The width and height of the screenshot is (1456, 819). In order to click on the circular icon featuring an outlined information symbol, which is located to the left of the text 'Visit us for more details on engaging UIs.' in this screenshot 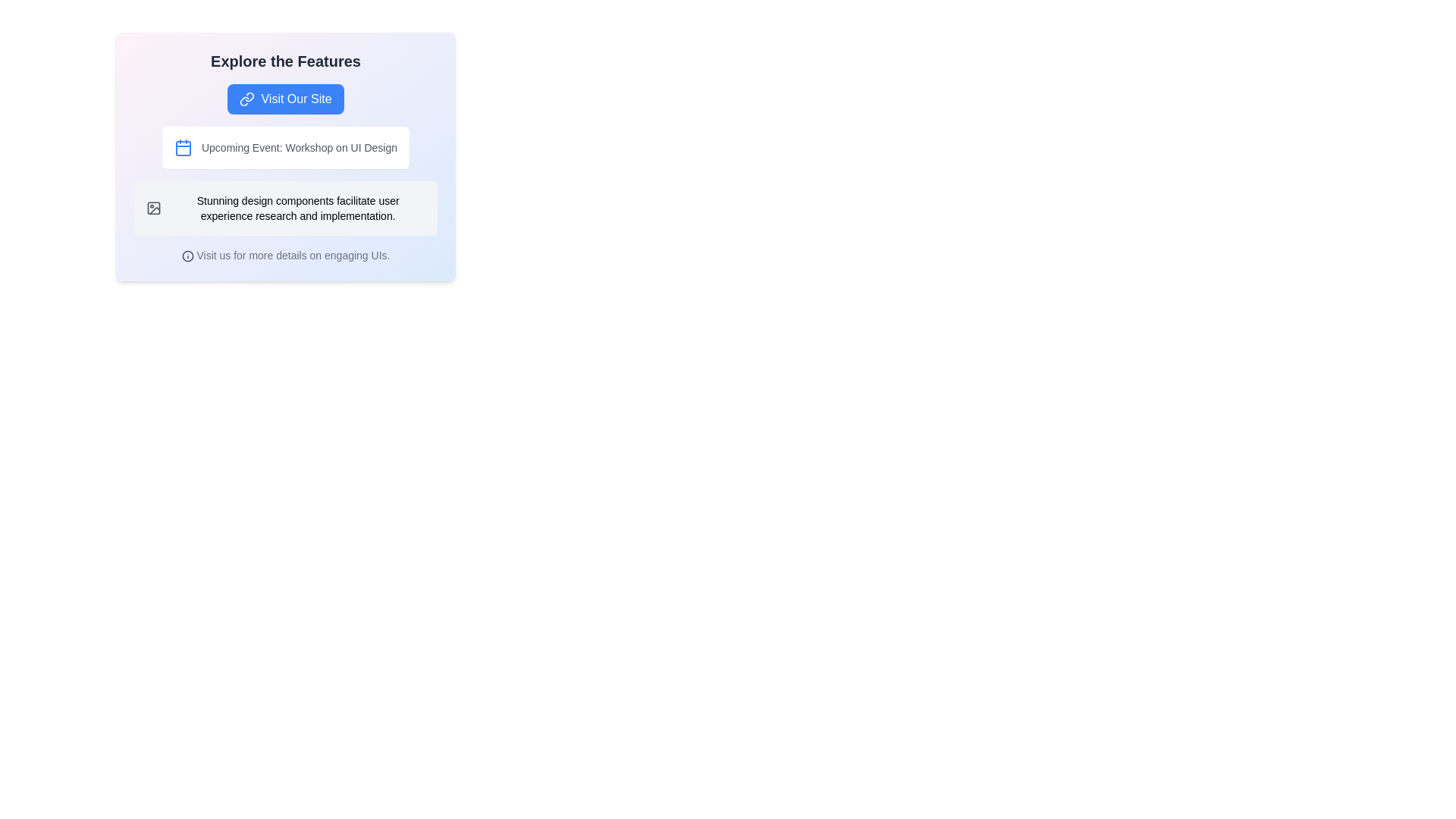, I will do `click(187, 256)`.